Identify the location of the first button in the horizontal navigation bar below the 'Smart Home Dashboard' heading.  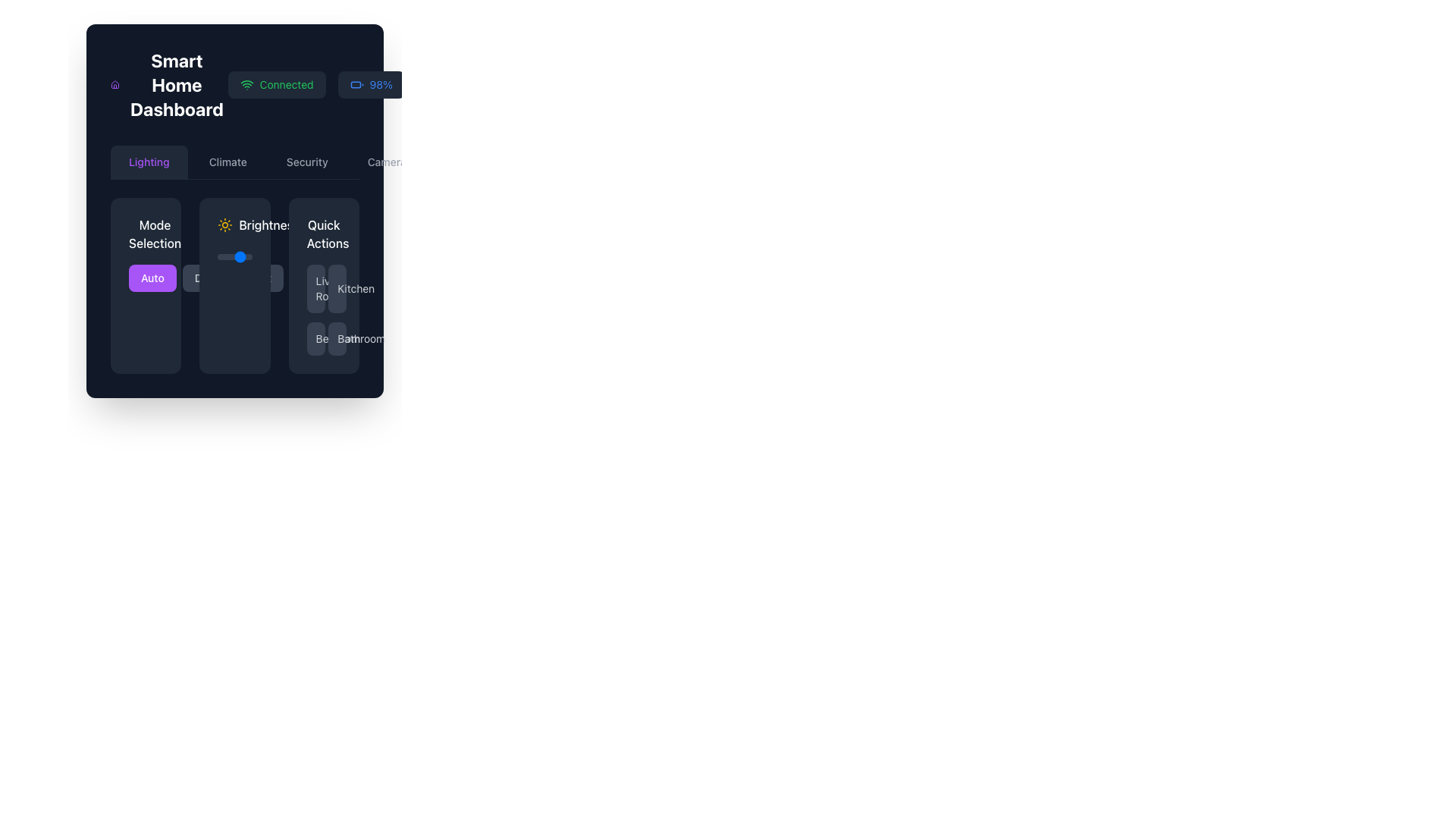
(149, 162).